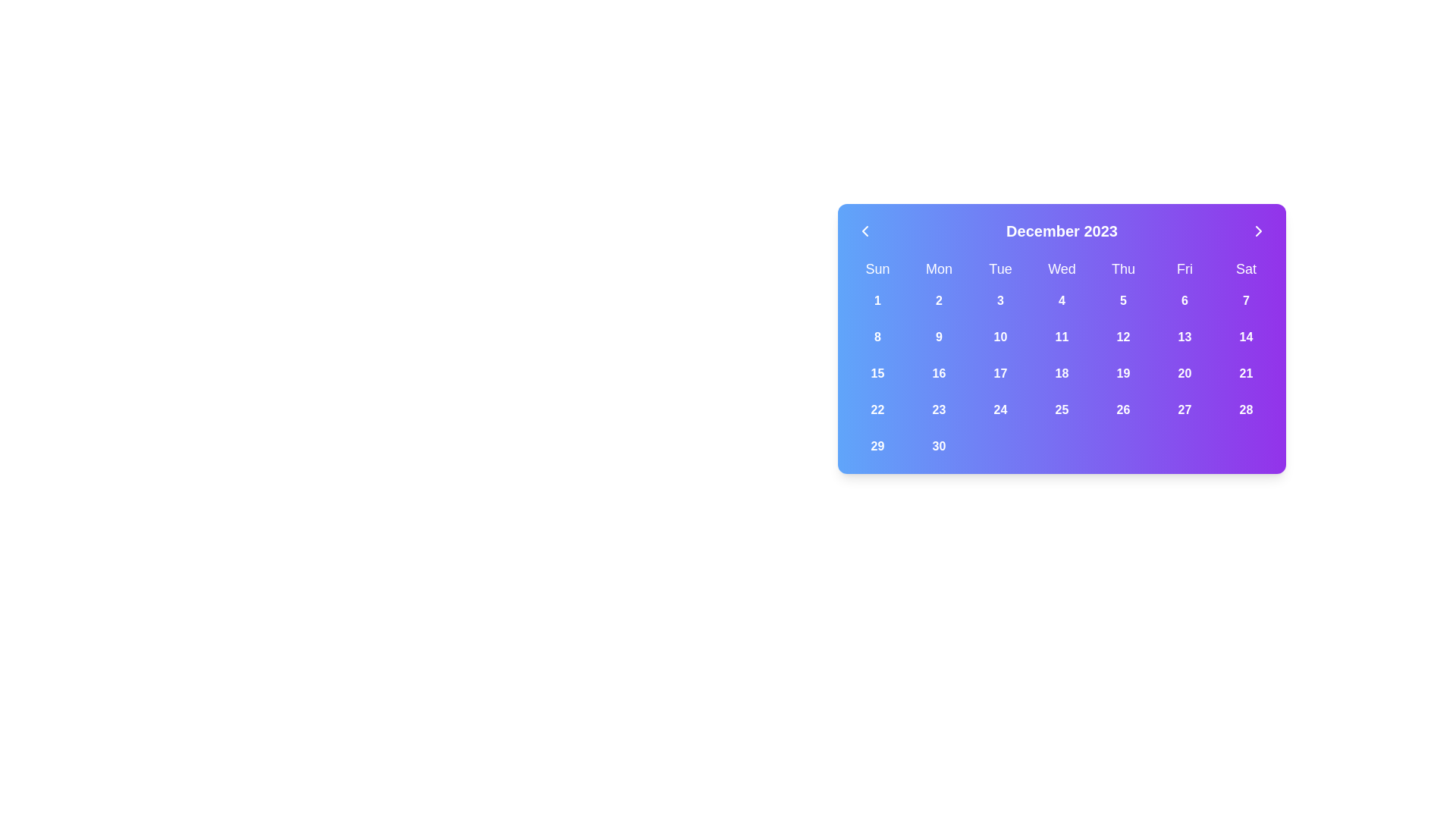 The width and height of the screenshot is (1456, 819). Describe the element at coordinates (865, 231) in the screenshot. I see `the circular button with a left arrow icon in the month navigation header of the calendar interface to change its background color` at that location.